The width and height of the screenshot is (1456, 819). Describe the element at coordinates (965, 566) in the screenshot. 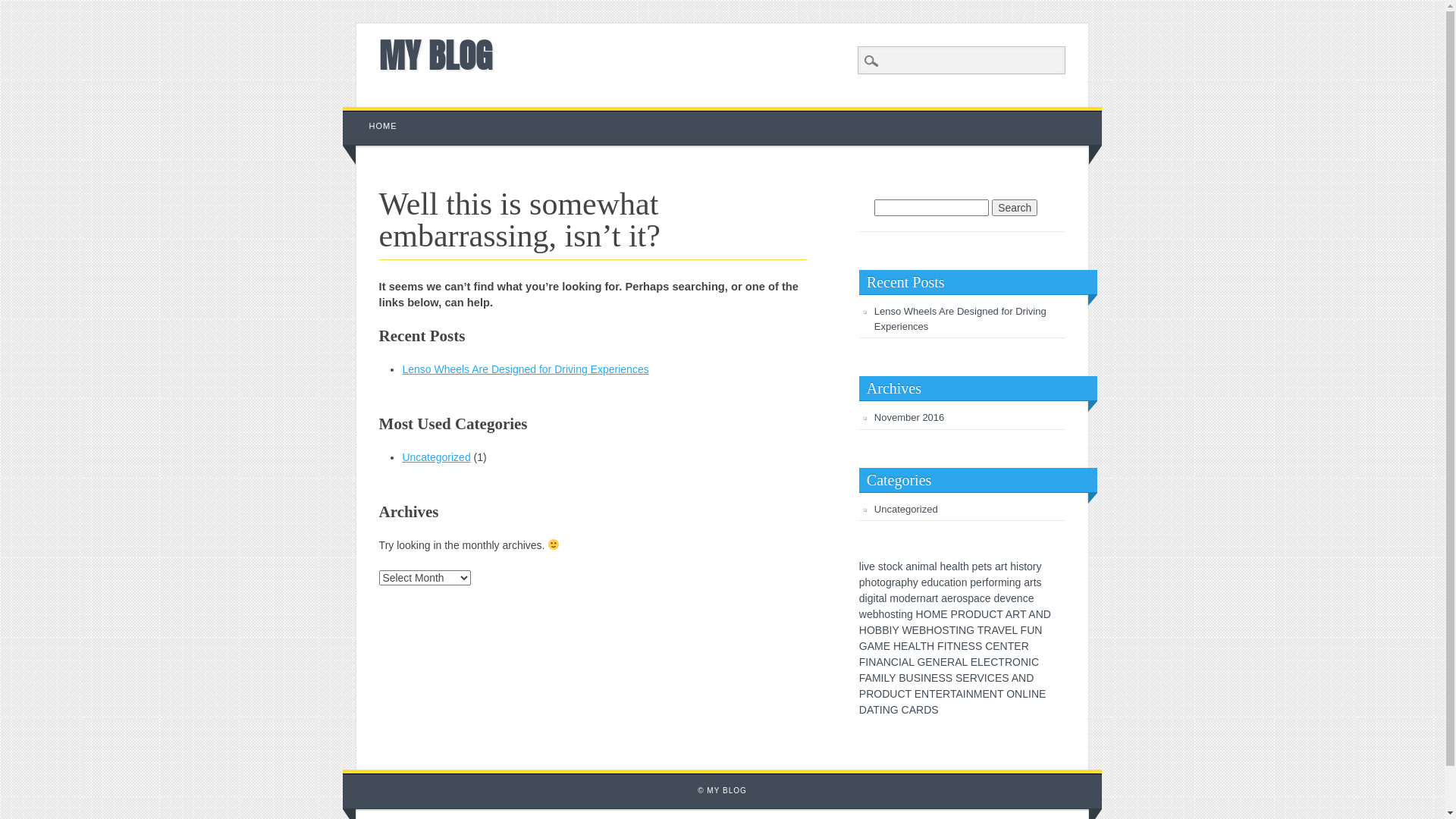

I see `'h'` at that location.